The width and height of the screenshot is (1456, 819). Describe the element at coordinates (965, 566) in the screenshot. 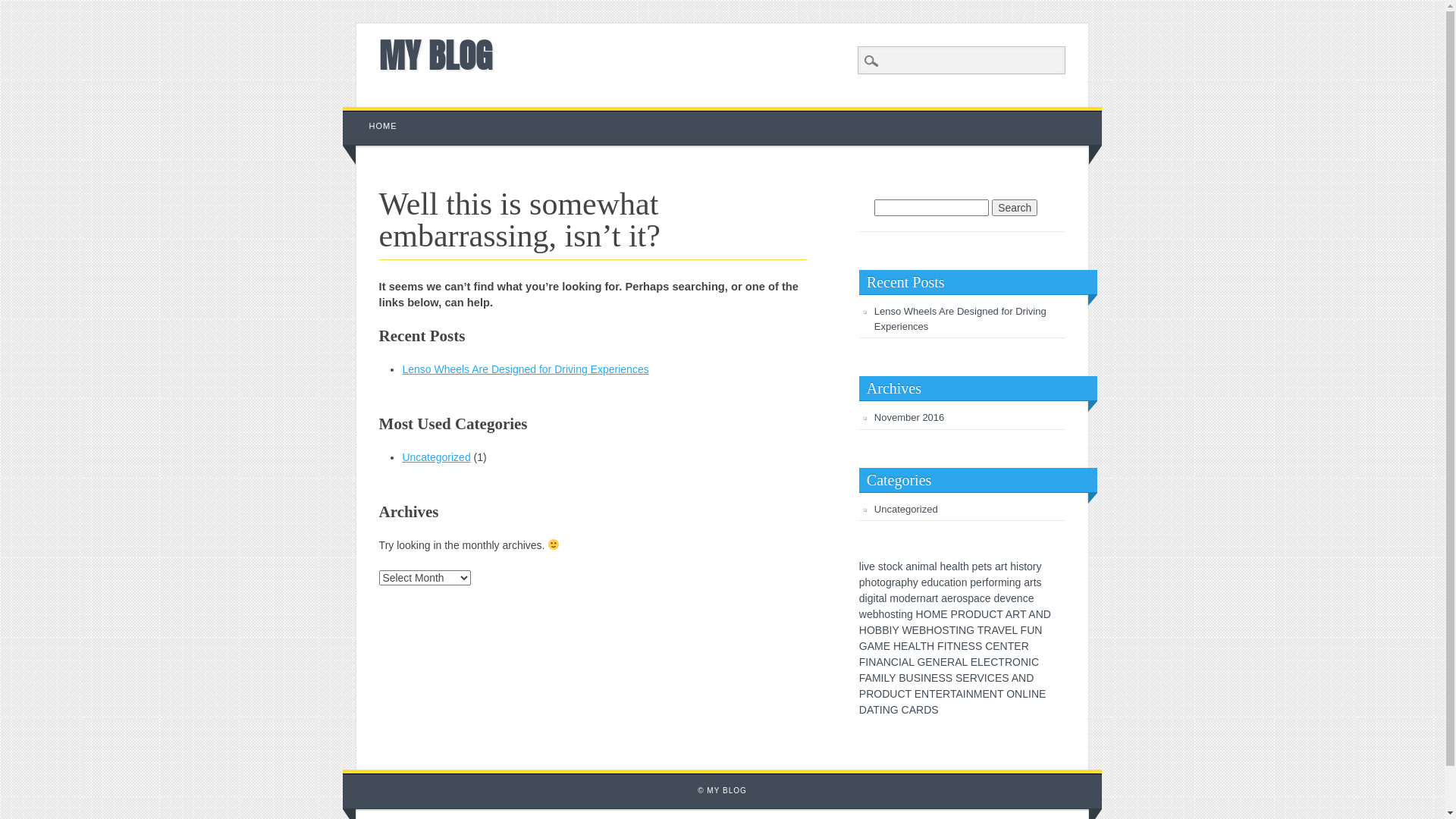

I see `'h'` at that location.